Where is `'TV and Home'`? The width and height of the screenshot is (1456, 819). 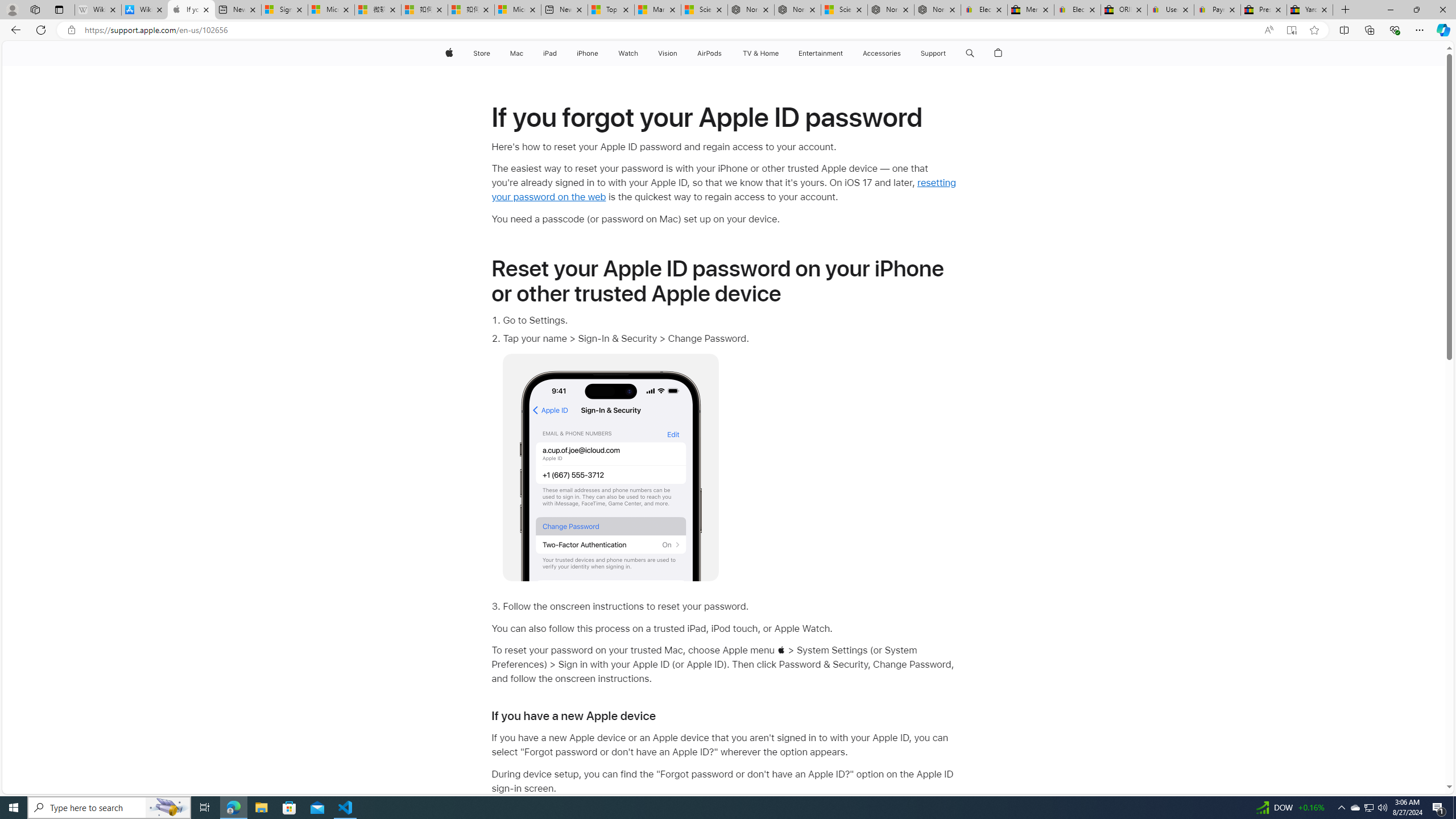 'TV and Home' is located at coordinates (760, 53).